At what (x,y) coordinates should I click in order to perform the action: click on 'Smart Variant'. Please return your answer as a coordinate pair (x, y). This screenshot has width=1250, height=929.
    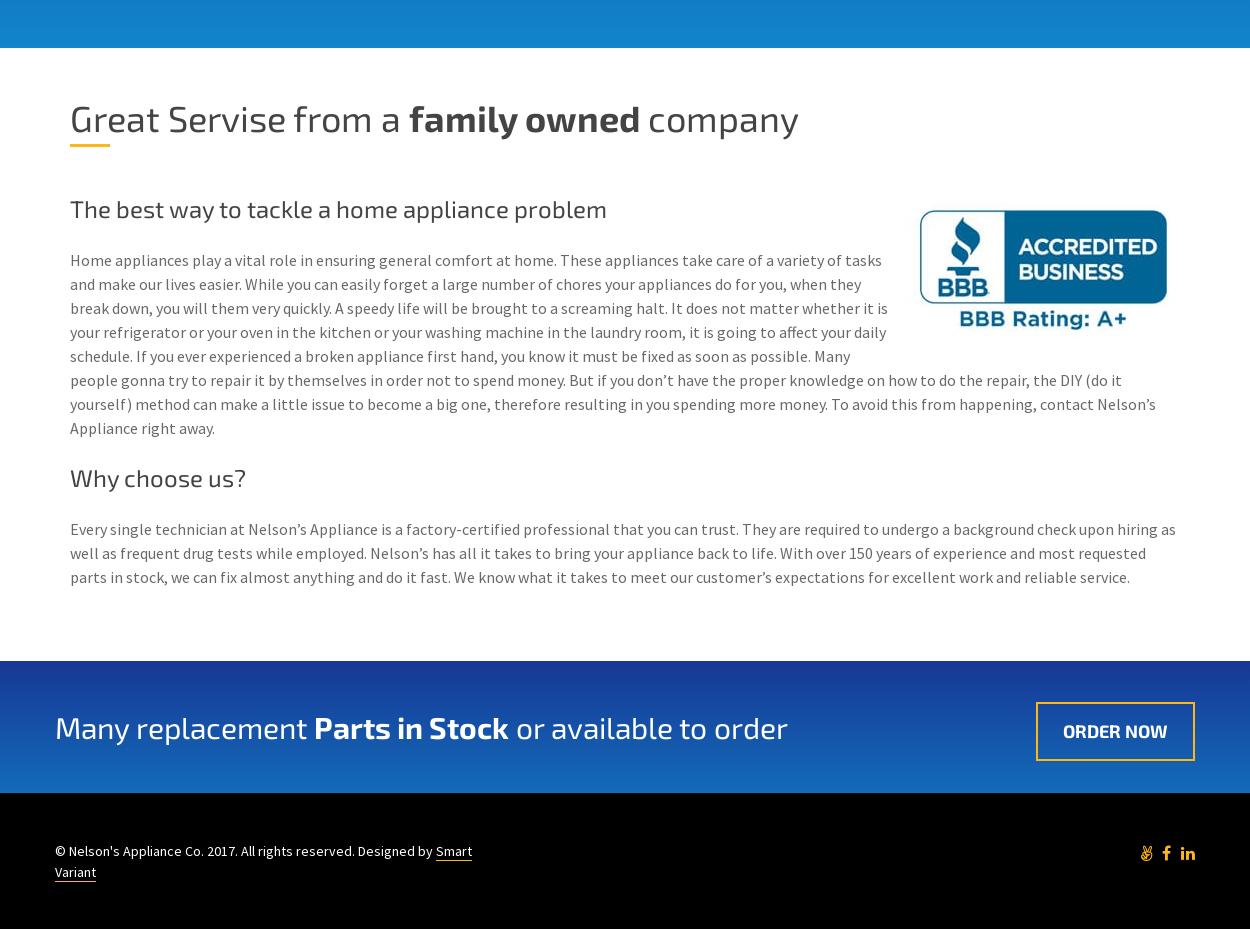
    Looking at the image, I should click on (263, 860).